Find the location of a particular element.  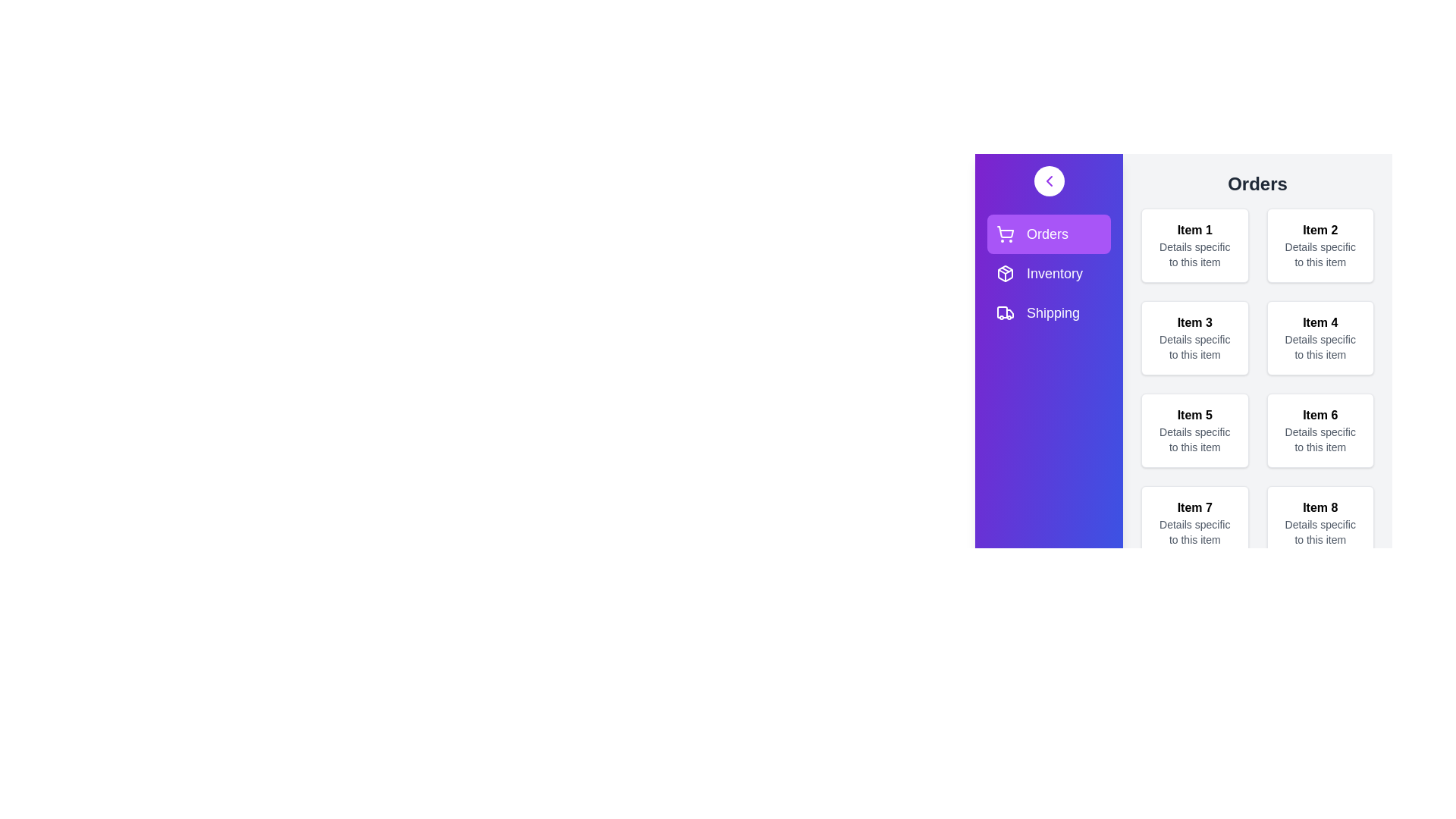

the Shipping section from the navigation menu is located at coordinates (1026, 312).